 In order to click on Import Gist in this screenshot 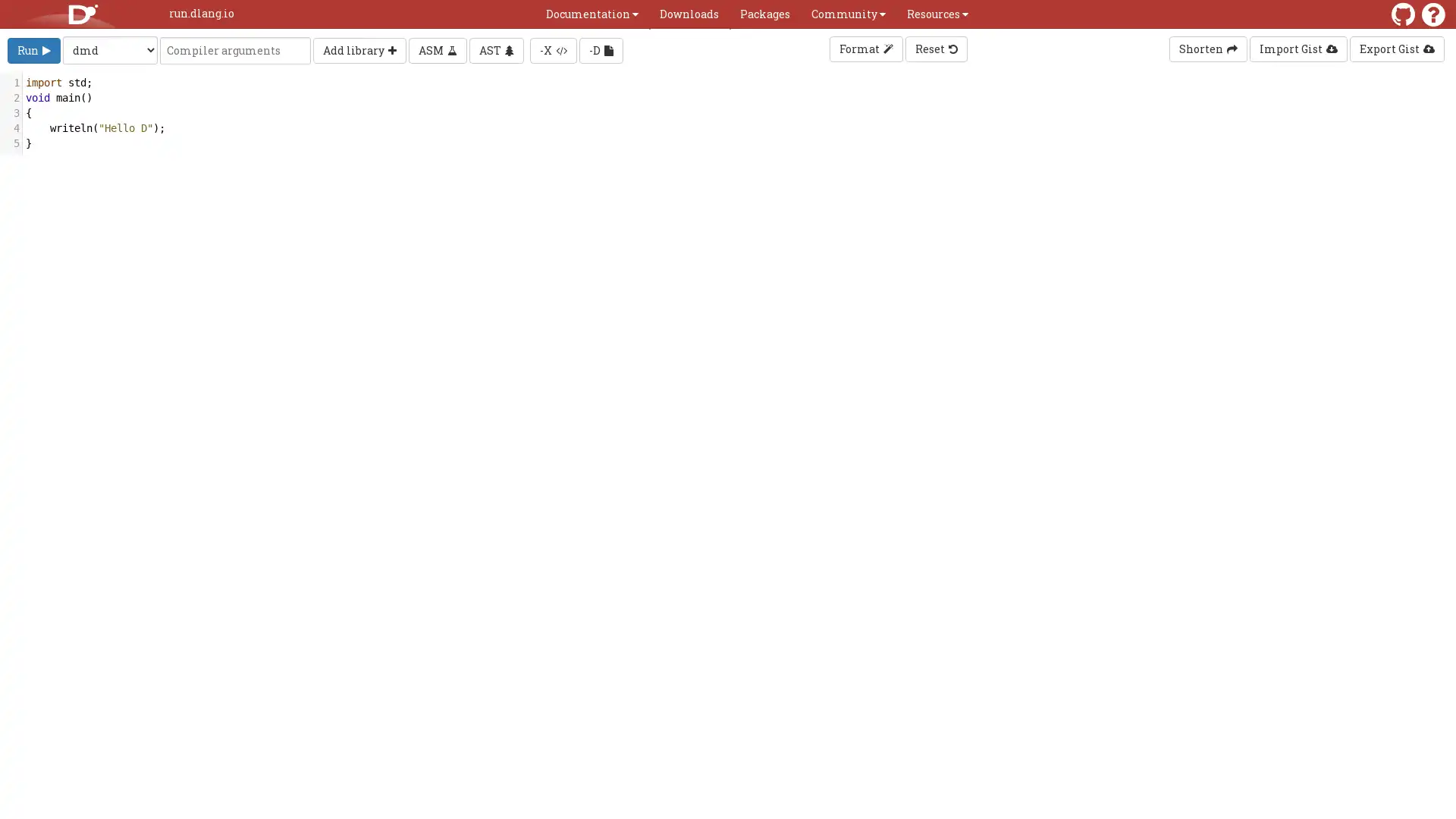, I will do `click(1298, 49)`.